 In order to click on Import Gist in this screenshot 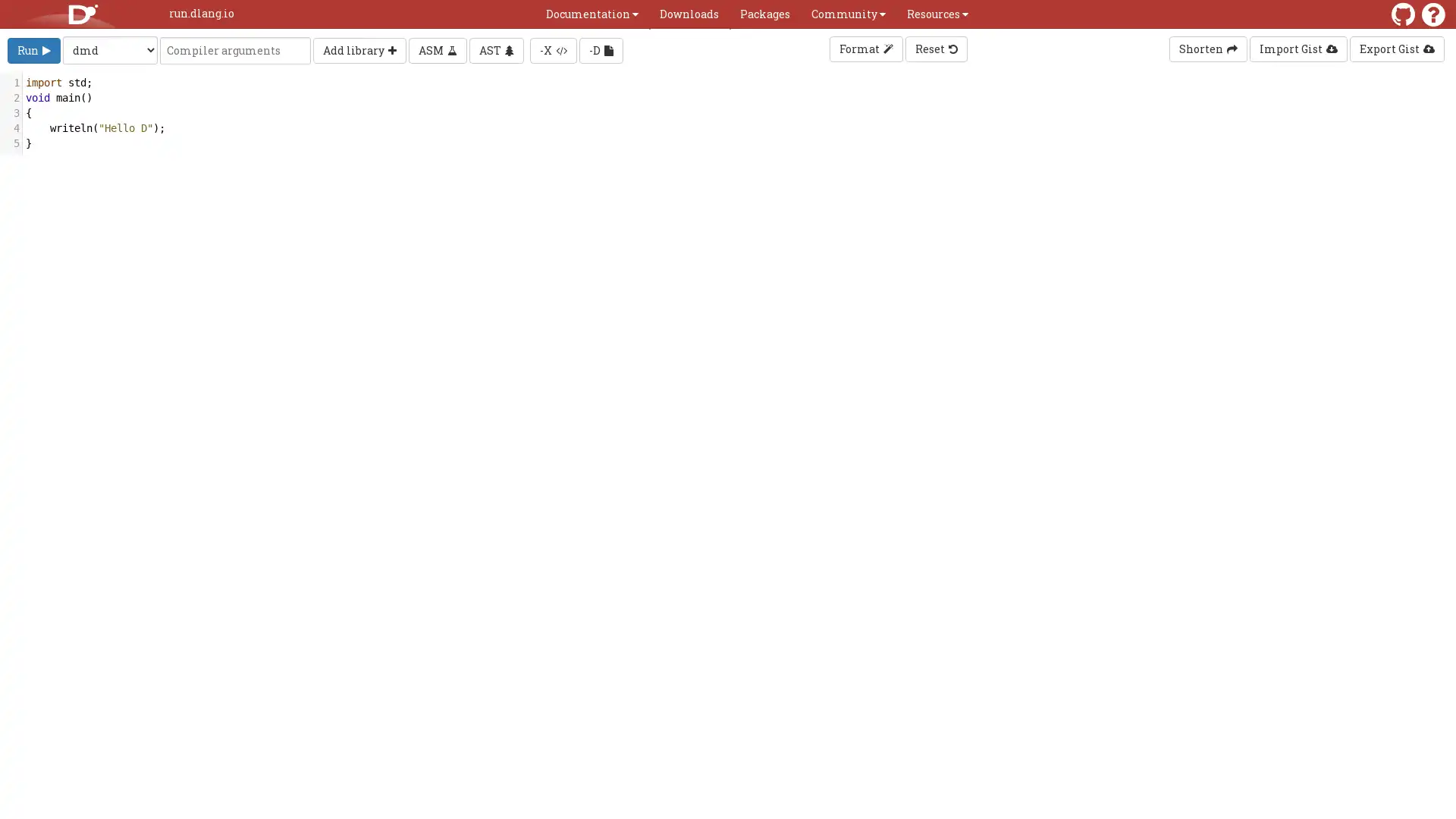, I will do `click(1298, 49)`.